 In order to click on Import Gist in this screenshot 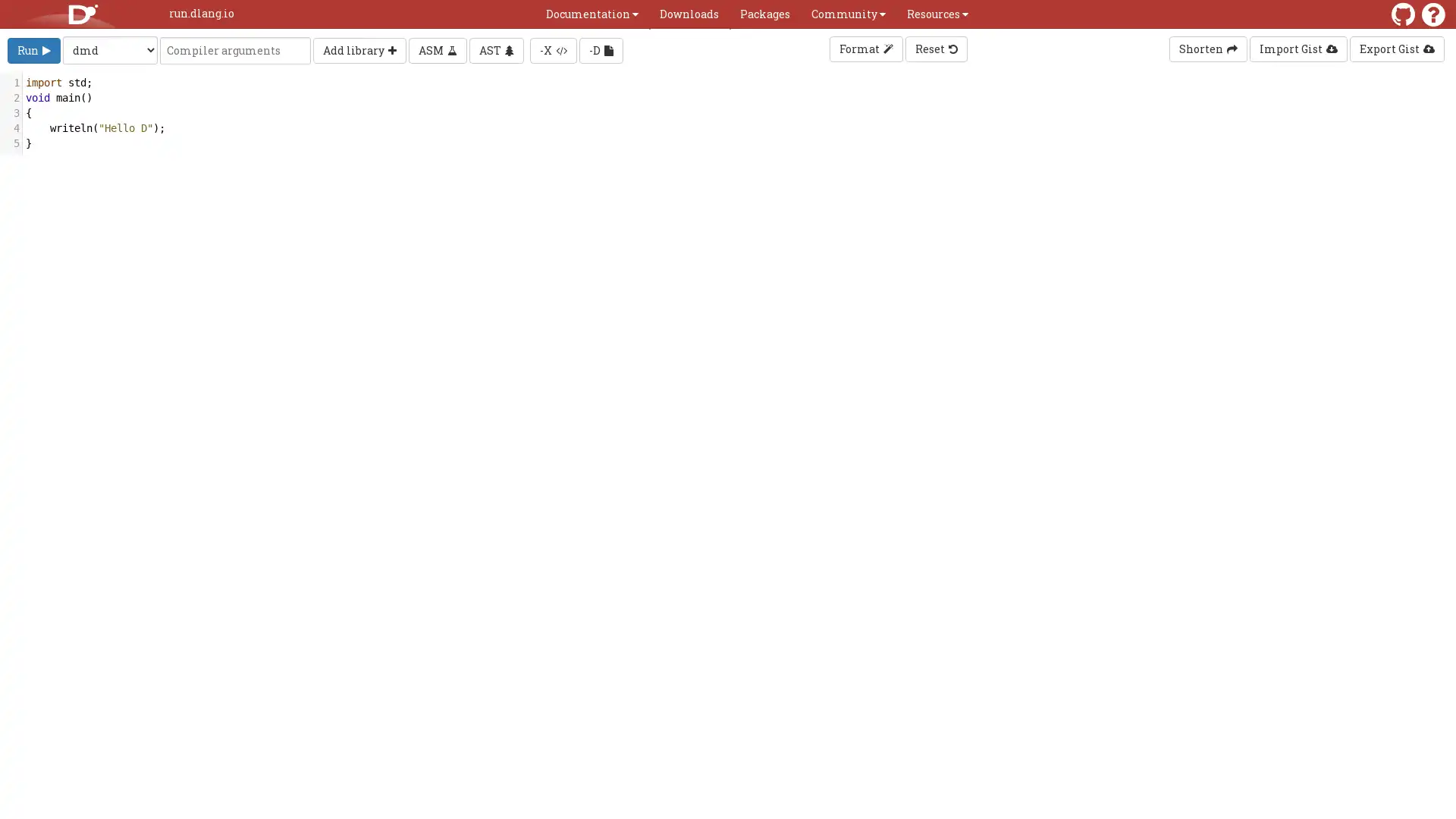, I will do `click(1298, 49)`.